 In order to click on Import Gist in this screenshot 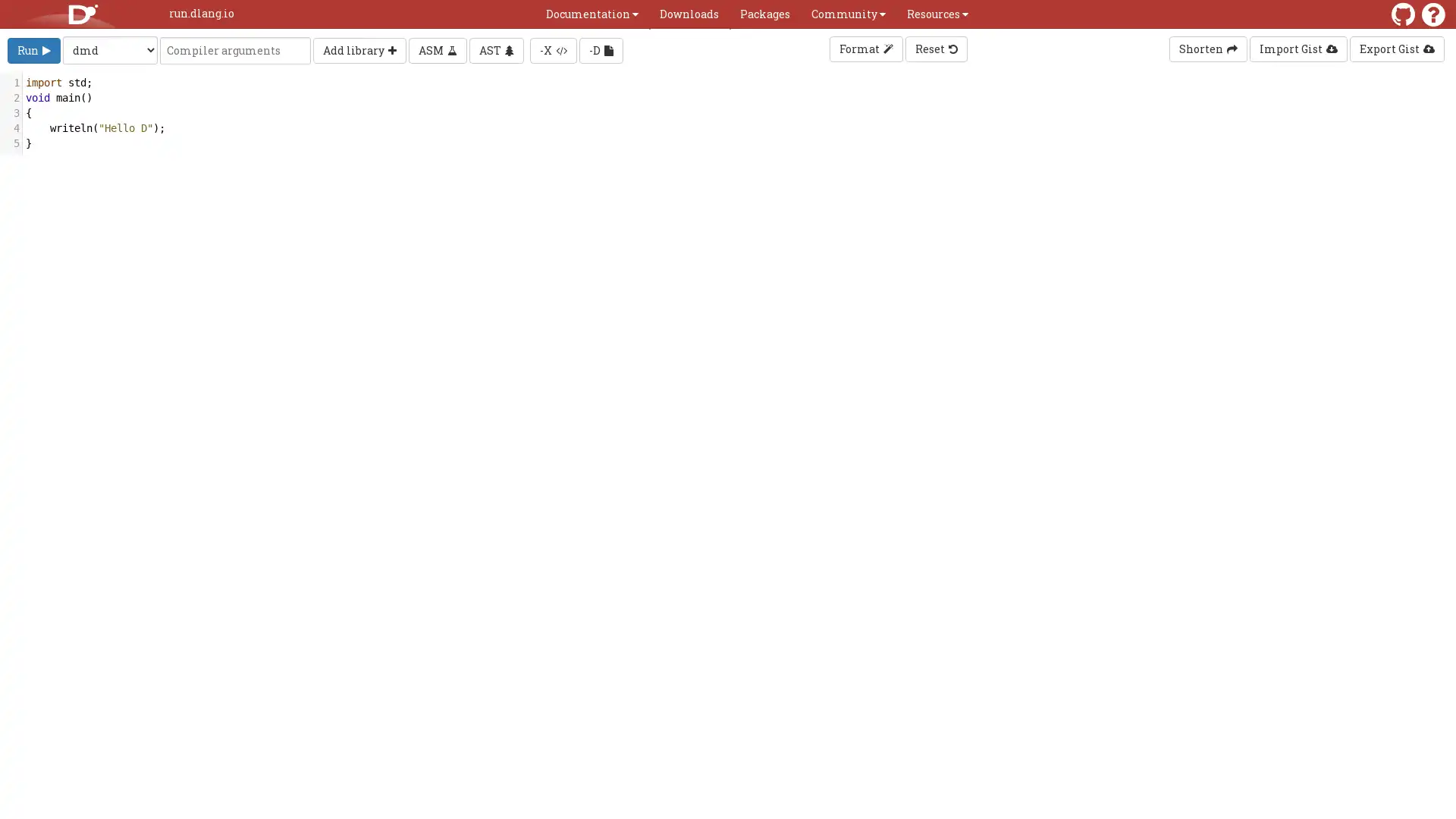, I will do `click(1298, 49)`.